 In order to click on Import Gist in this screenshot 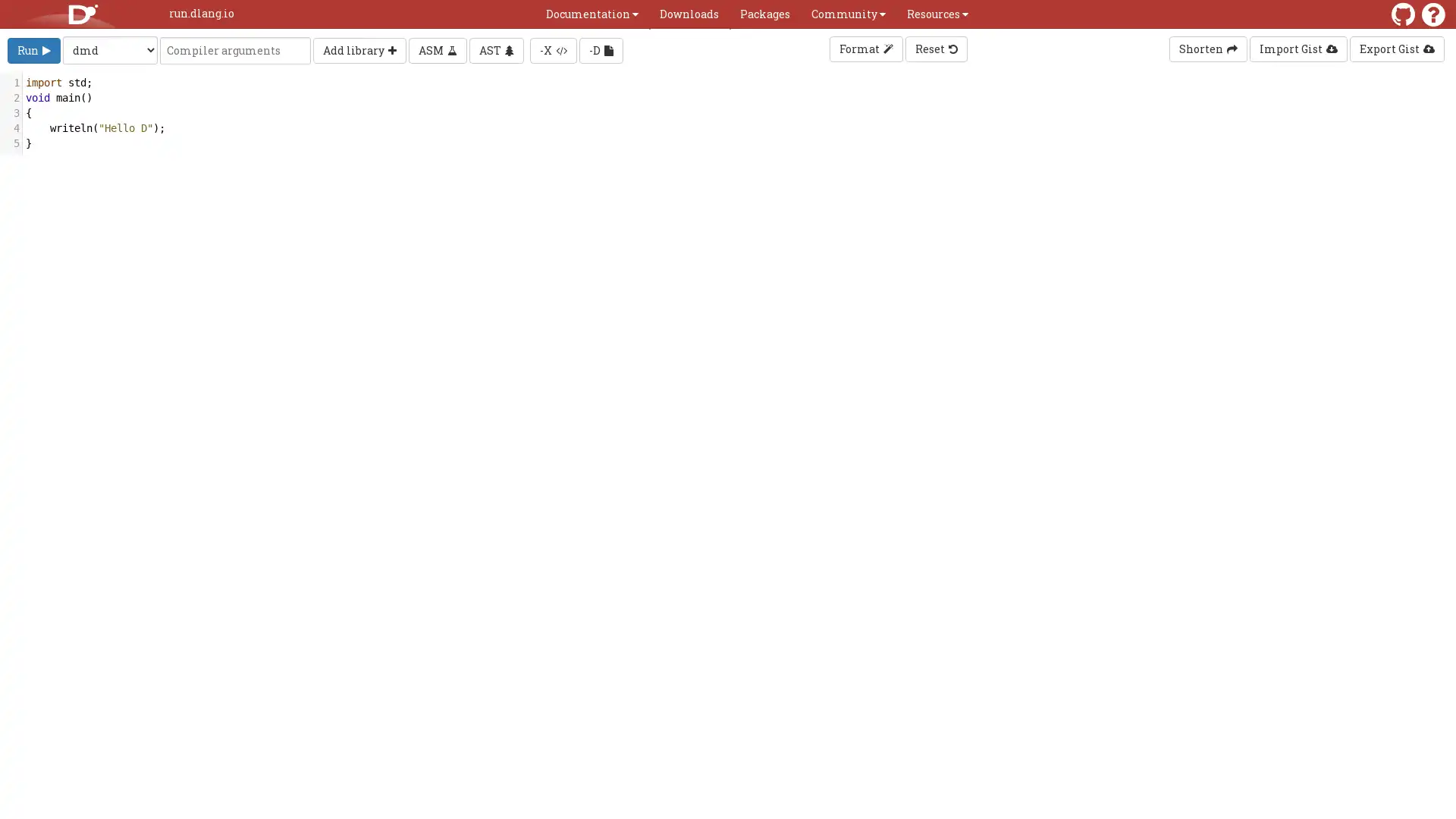, I will do `click(1298, 49)`.